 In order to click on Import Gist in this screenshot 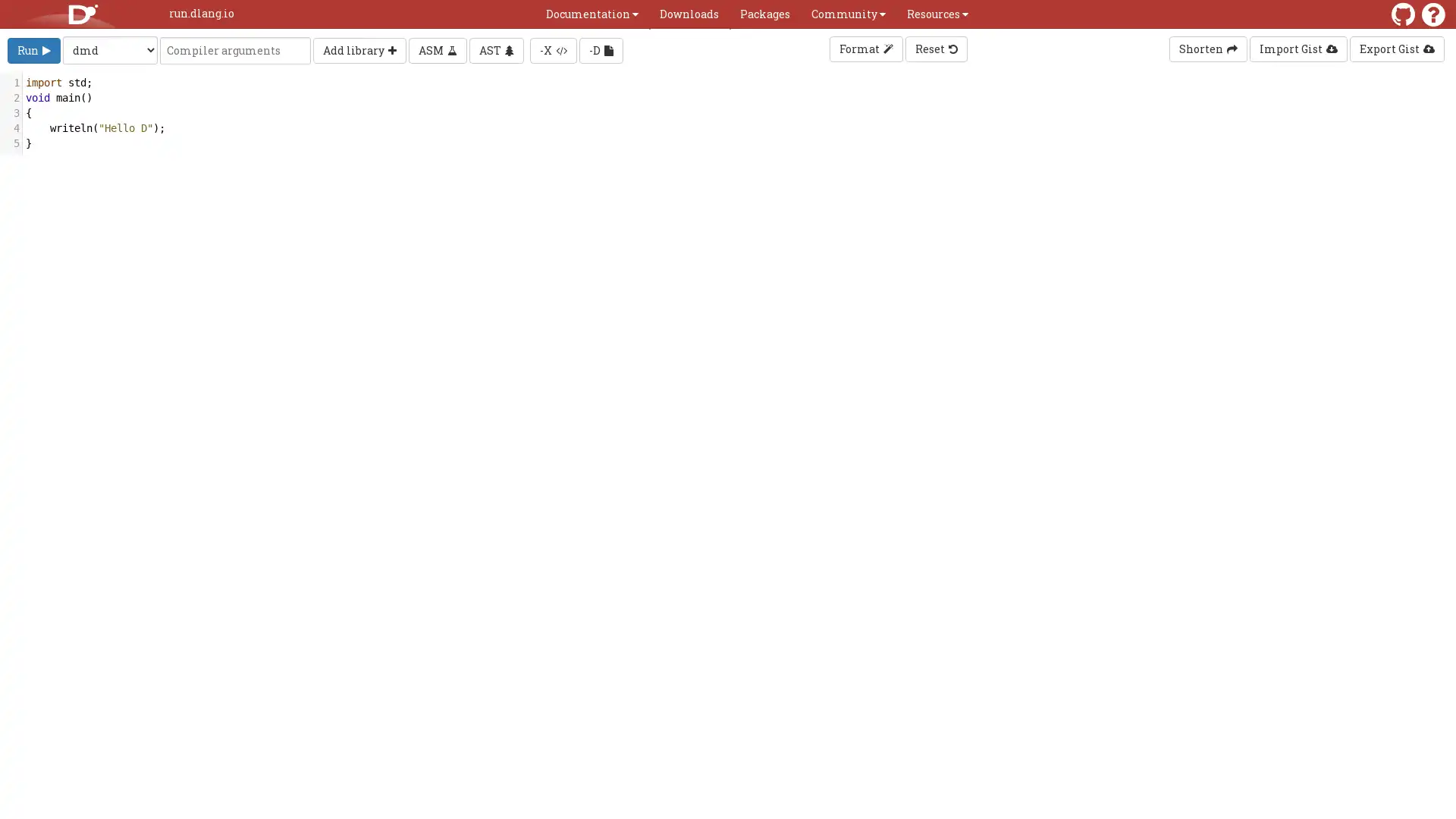, I will do `click(1298, 49)`.